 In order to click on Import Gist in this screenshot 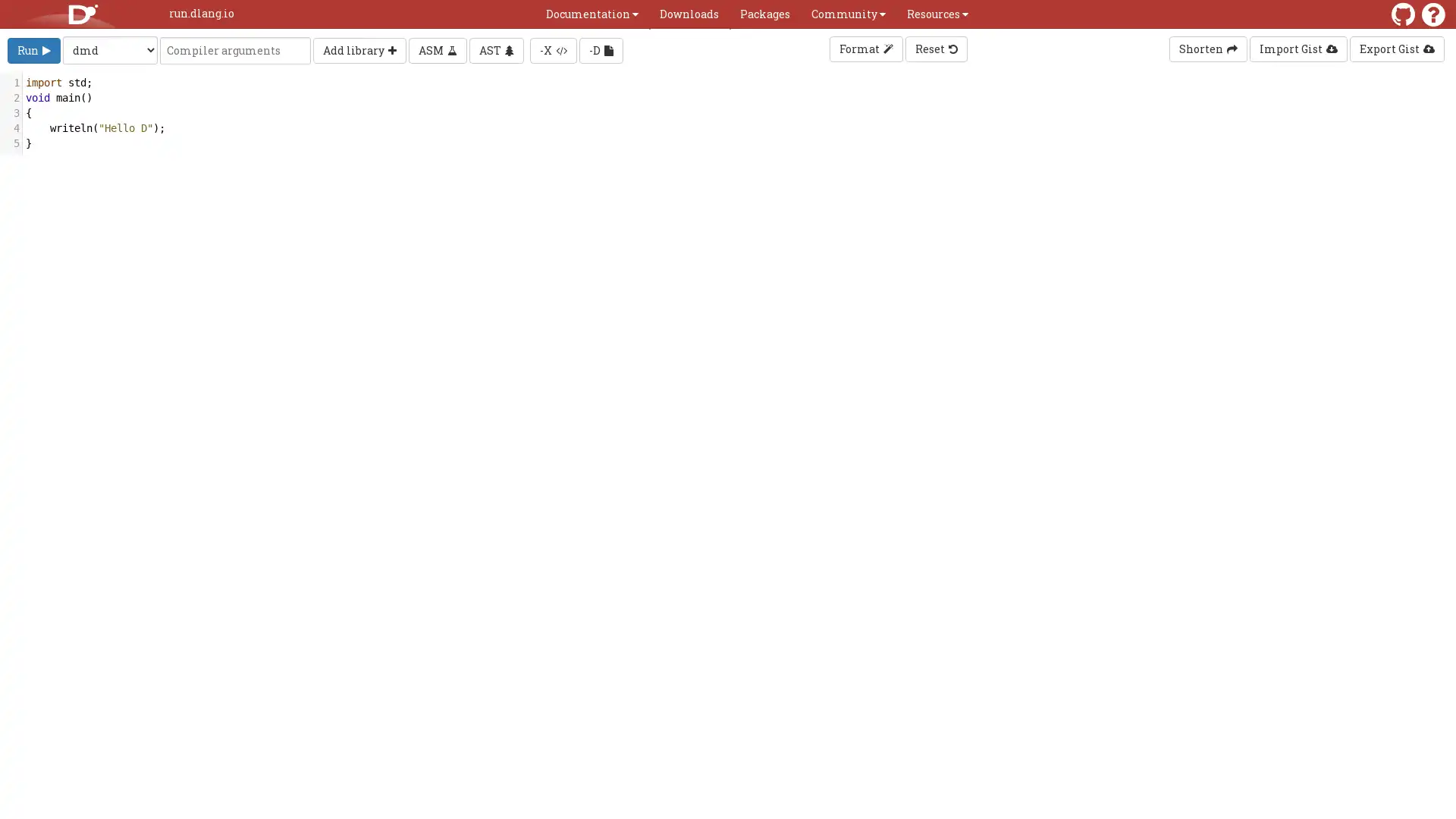, I will do `click(1298, 49)`.